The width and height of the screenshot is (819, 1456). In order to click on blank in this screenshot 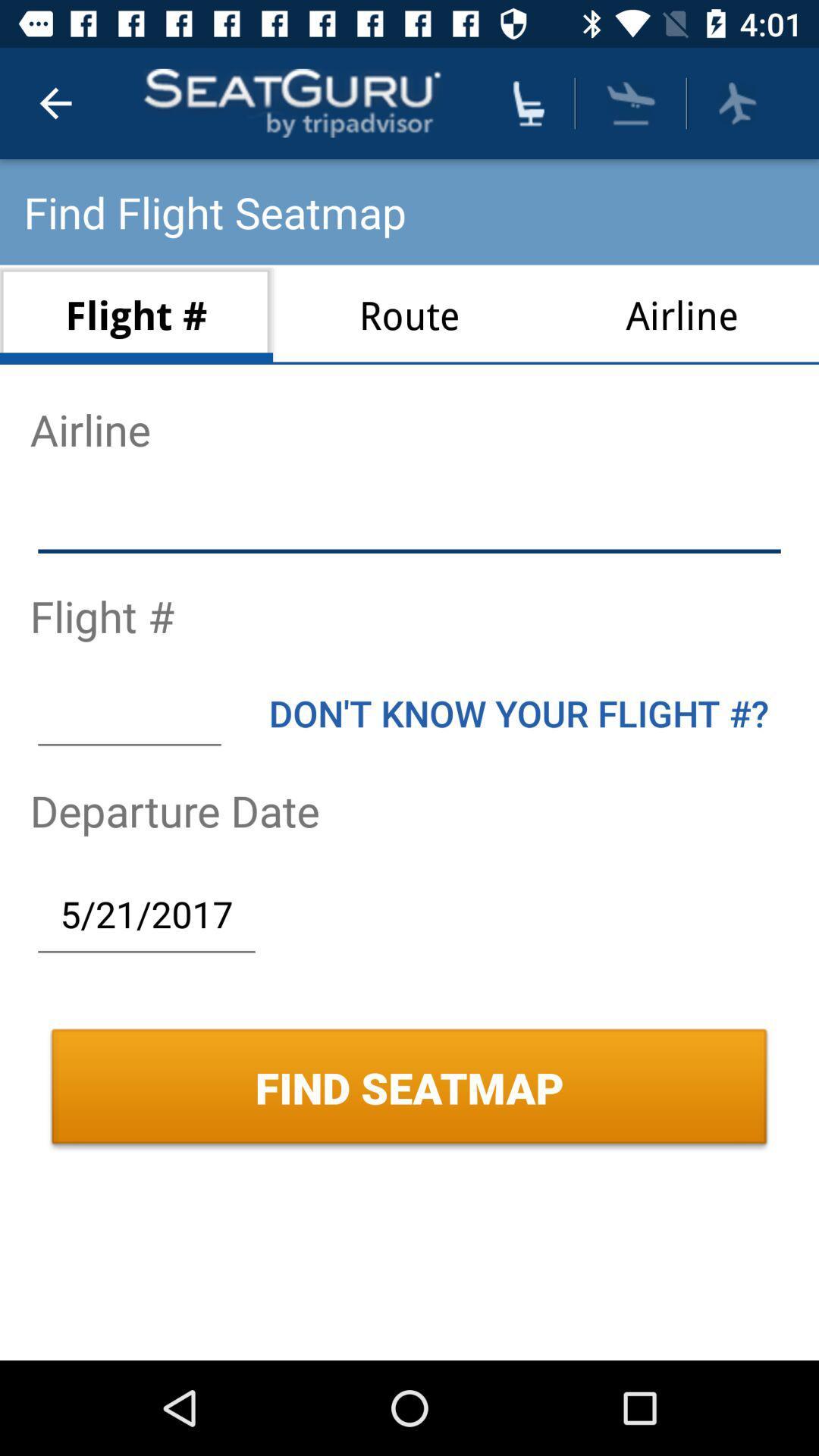, I will do `click(128, 712)`.